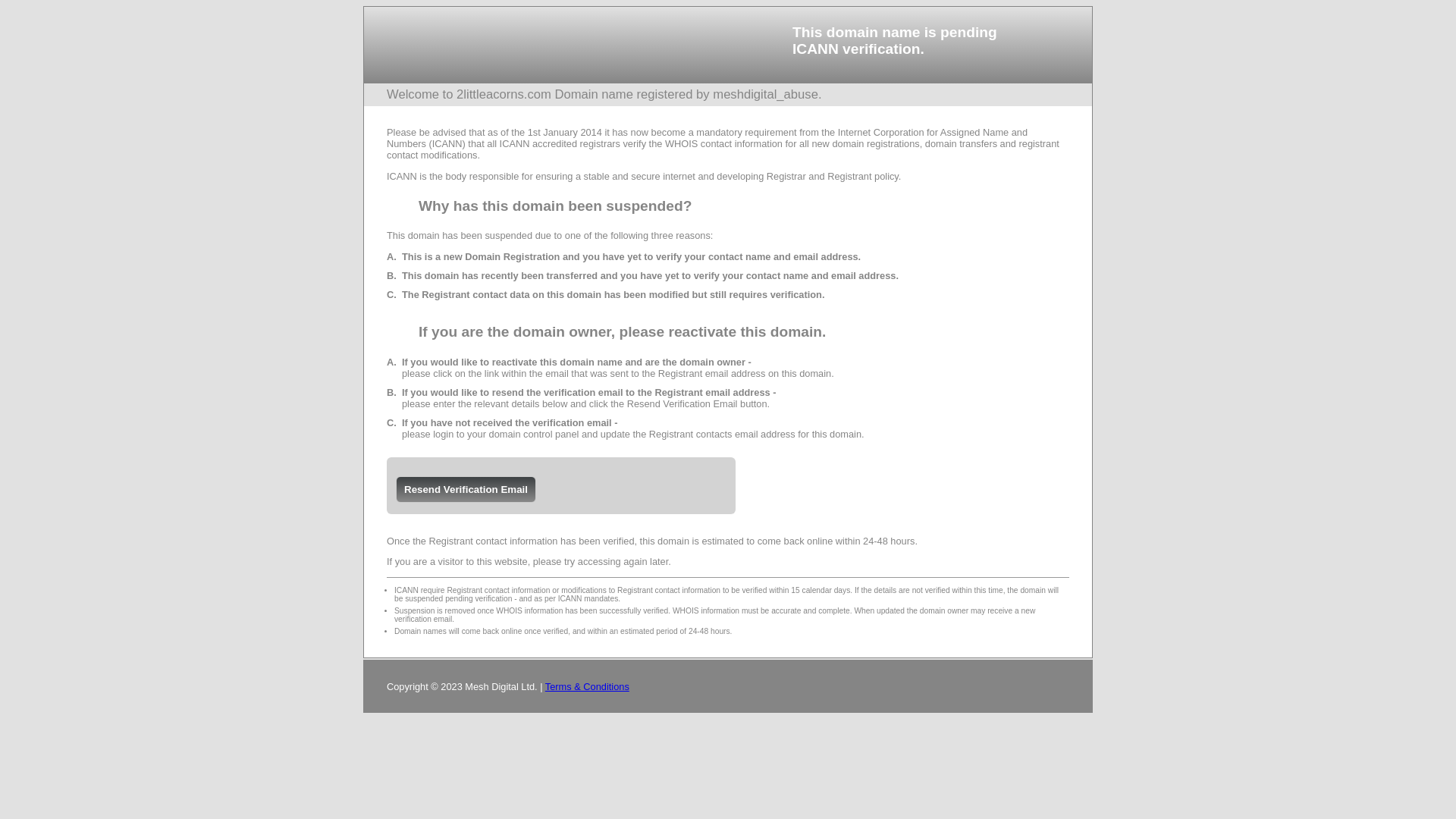 This screenshot has width=1456, height=819. I want to click on 'Terms & Conditions', so click(586, 686).